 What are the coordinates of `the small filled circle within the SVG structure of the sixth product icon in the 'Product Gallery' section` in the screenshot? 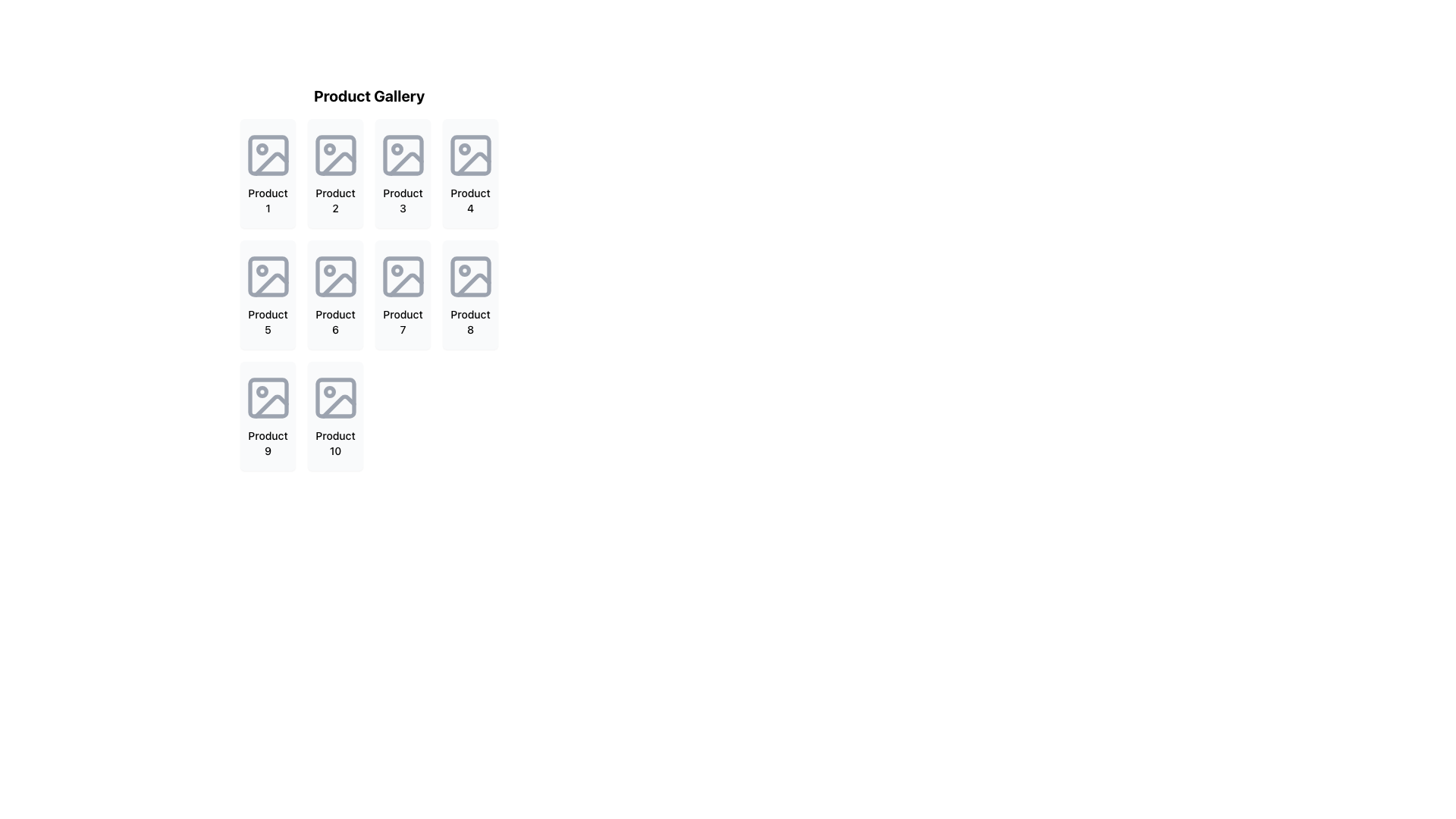 It's located at (328, 270).